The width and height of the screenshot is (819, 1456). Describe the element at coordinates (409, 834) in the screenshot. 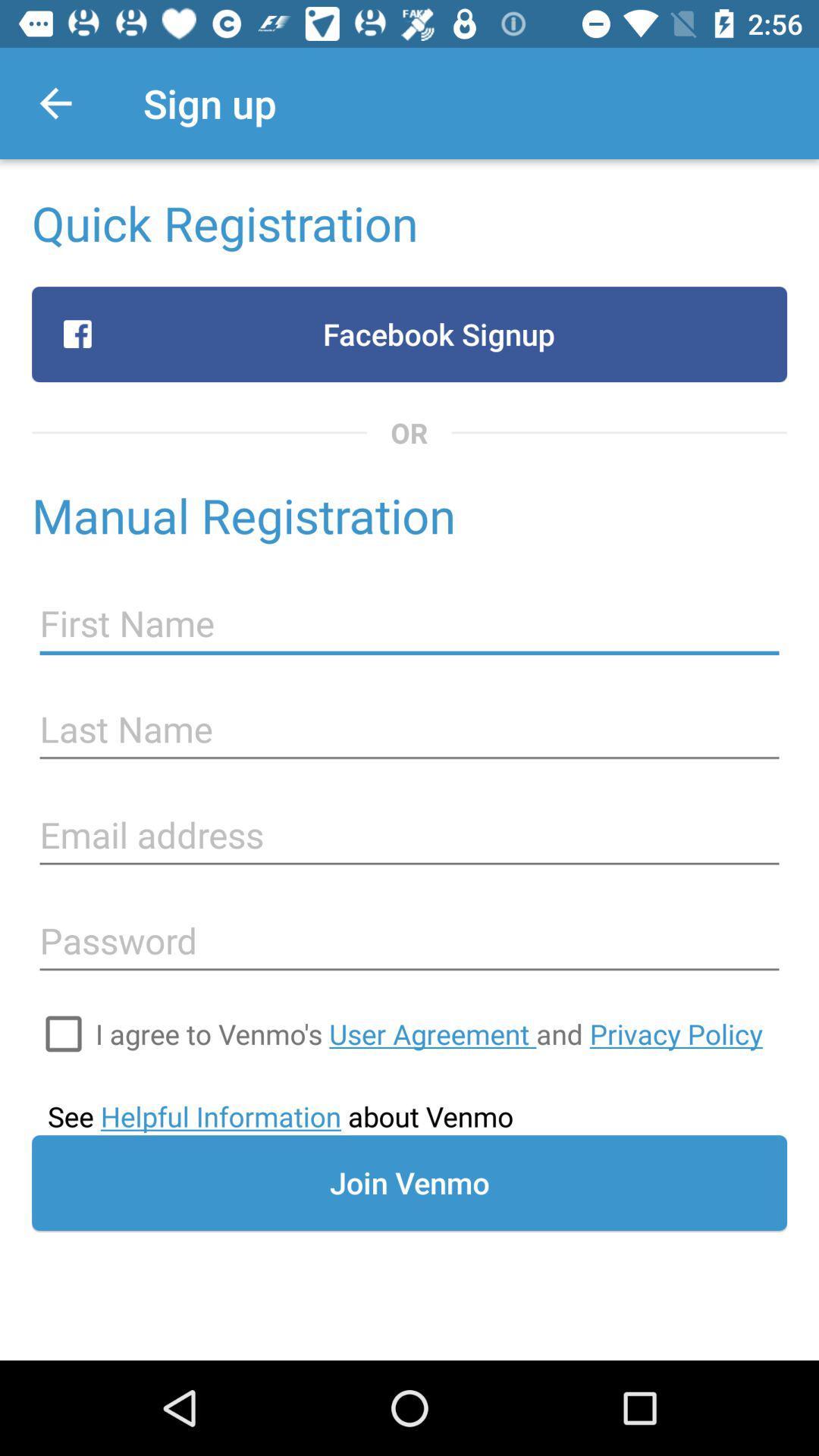

I see `email address field` at that location.